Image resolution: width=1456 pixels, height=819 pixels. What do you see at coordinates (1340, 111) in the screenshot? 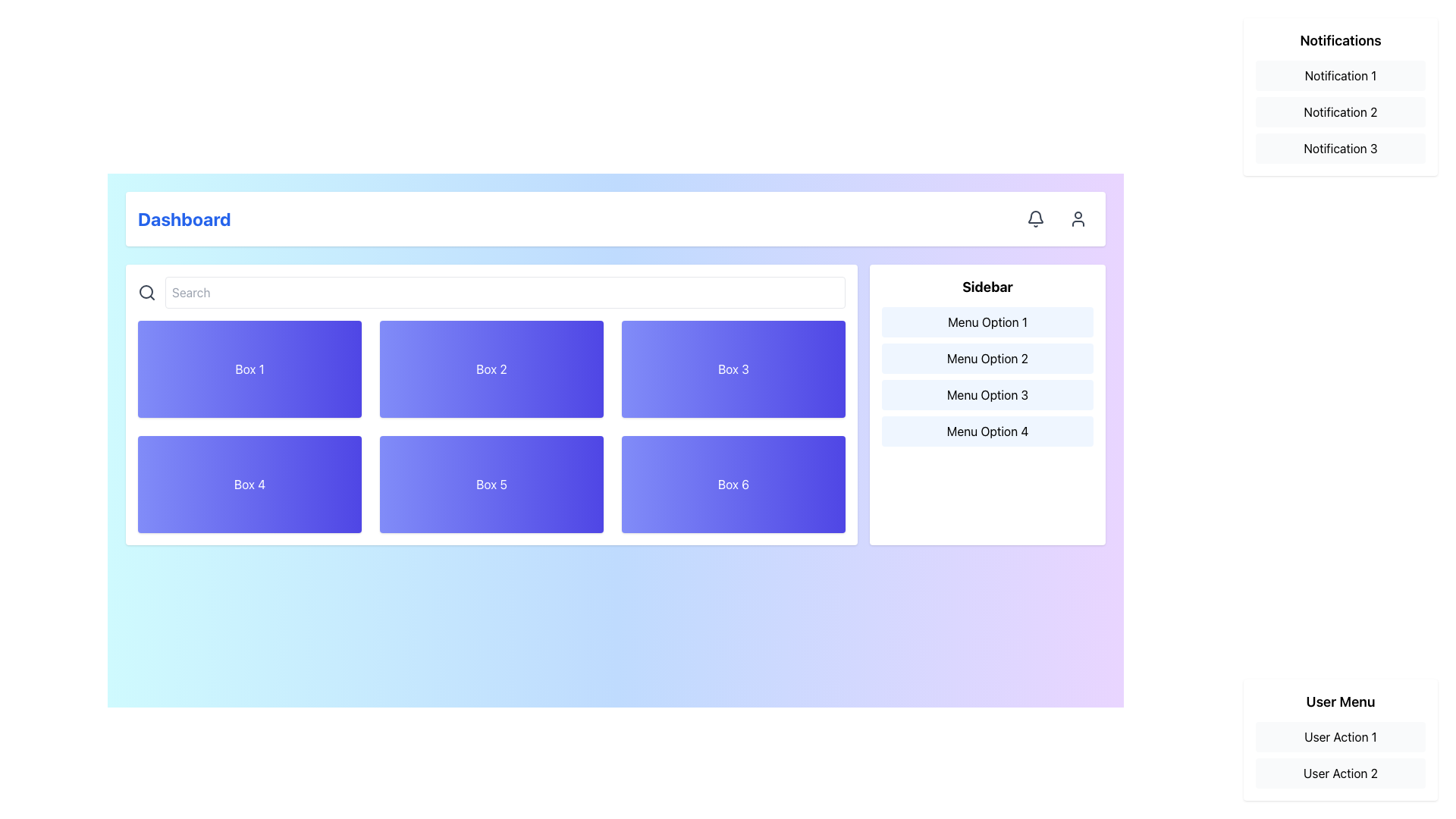
I see `the static text item displaying 'Notification 2' in the notification list, which is the second item in a vertical list of notifications` at bounding box center [1340, 111].